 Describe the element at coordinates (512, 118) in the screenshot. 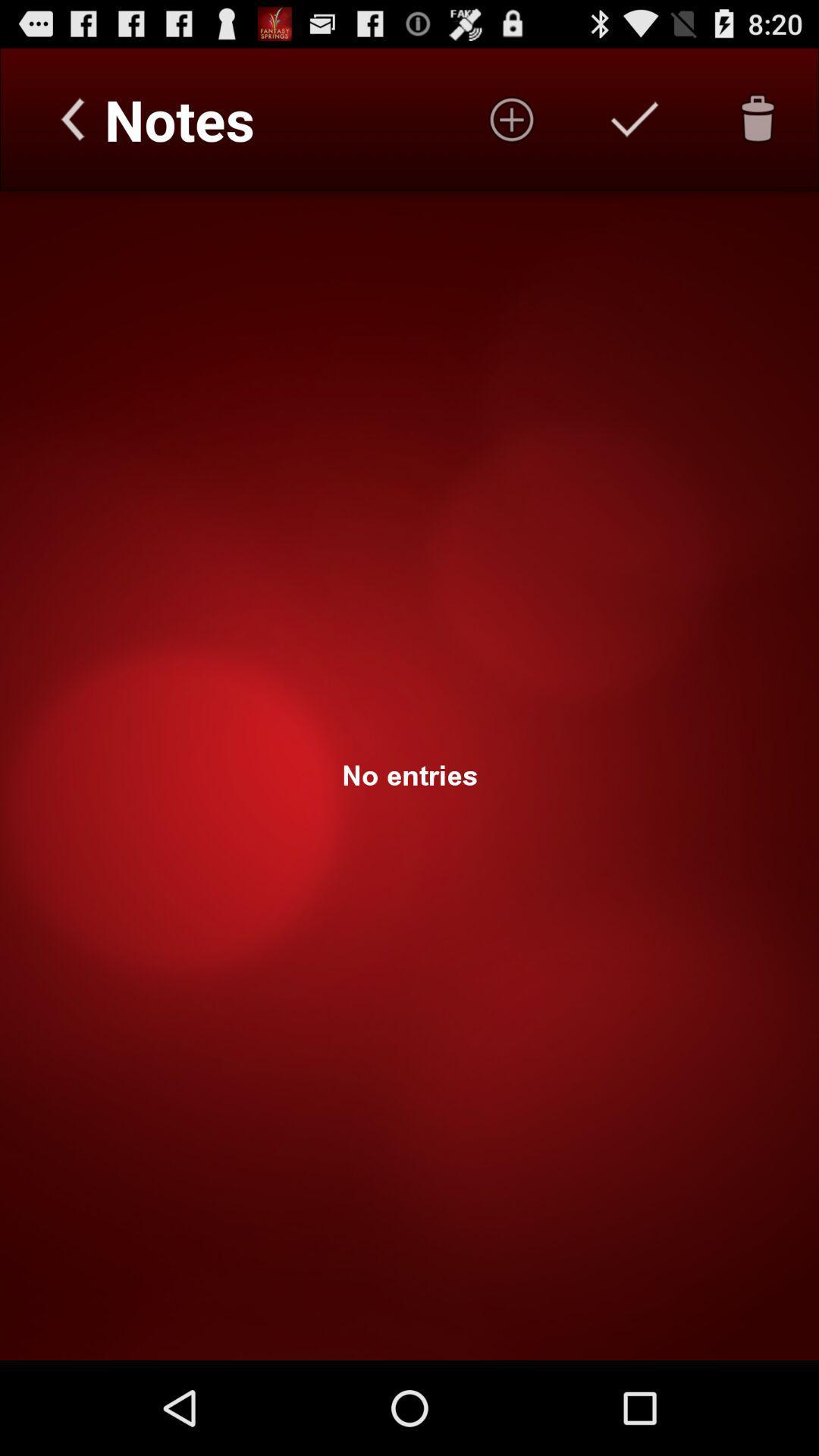

I see `entries` at that location.